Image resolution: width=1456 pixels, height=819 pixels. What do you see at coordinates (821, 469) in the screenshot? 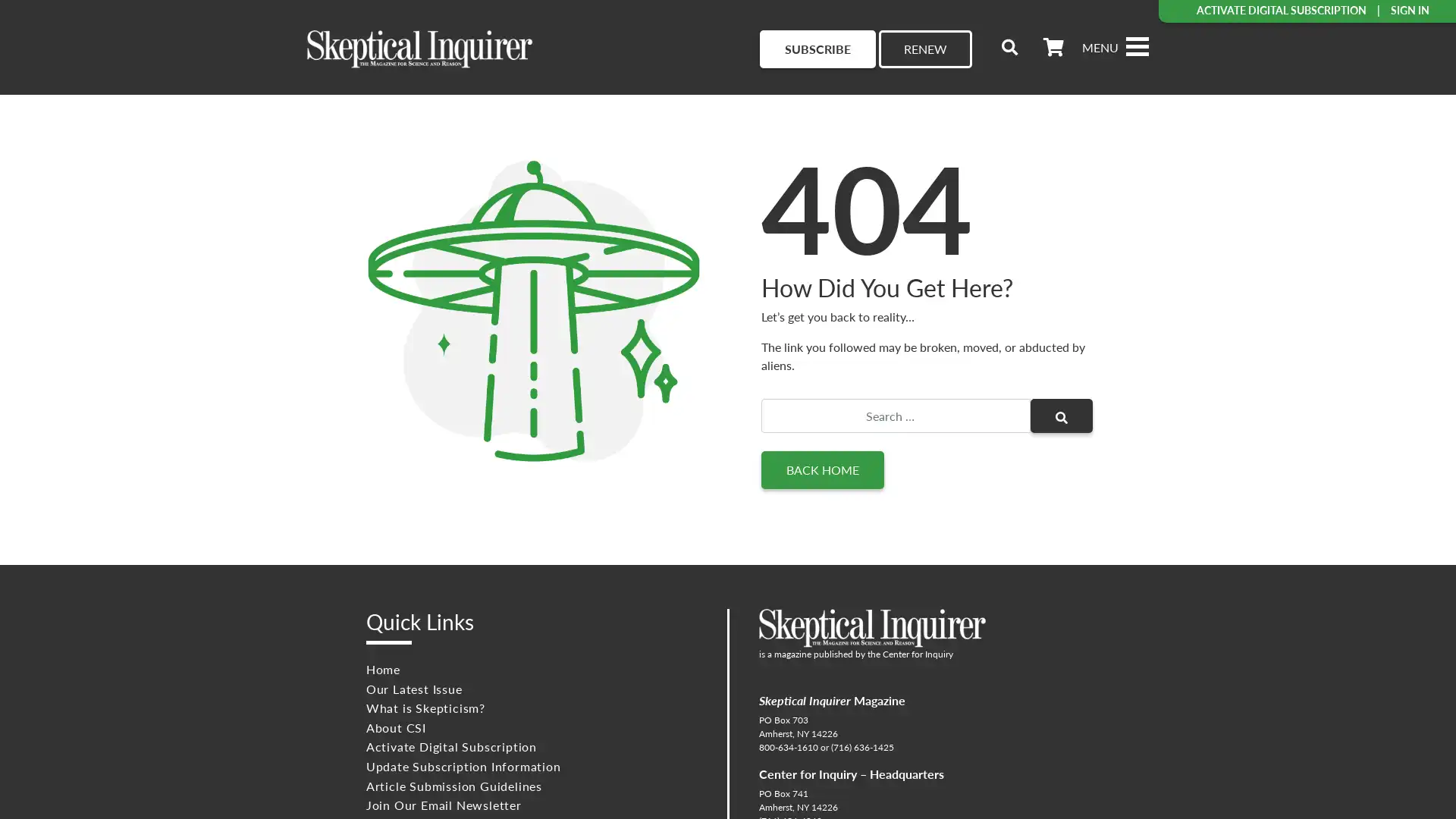
I see `BACK HOME` at bounding box center [821, 469].